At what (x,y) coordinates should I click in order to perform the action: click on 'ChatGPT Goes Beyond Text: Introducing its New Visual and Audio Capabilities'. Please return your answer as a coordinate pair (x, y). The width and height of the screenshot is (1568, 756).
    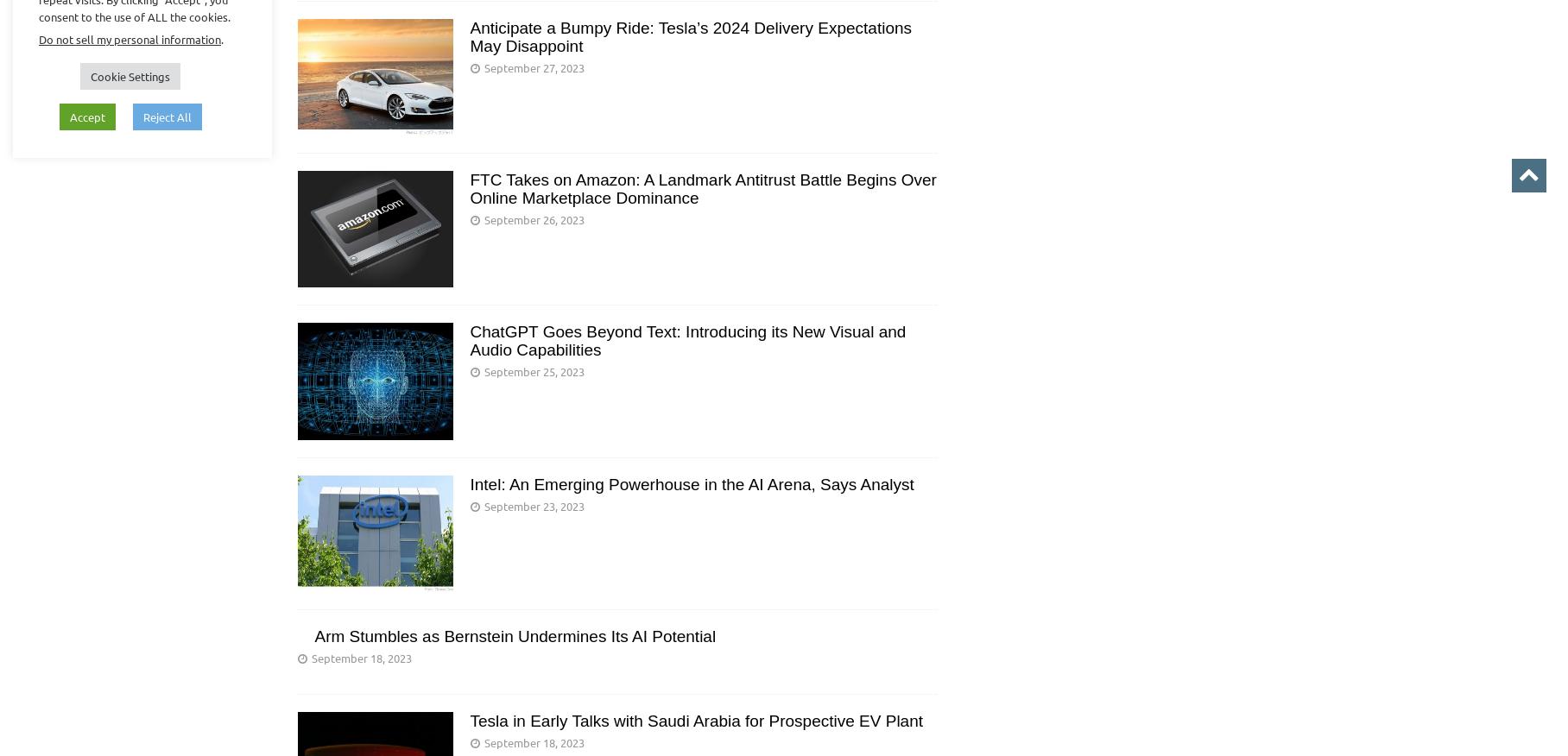
    Looking at the image, I should click on (686, 340).